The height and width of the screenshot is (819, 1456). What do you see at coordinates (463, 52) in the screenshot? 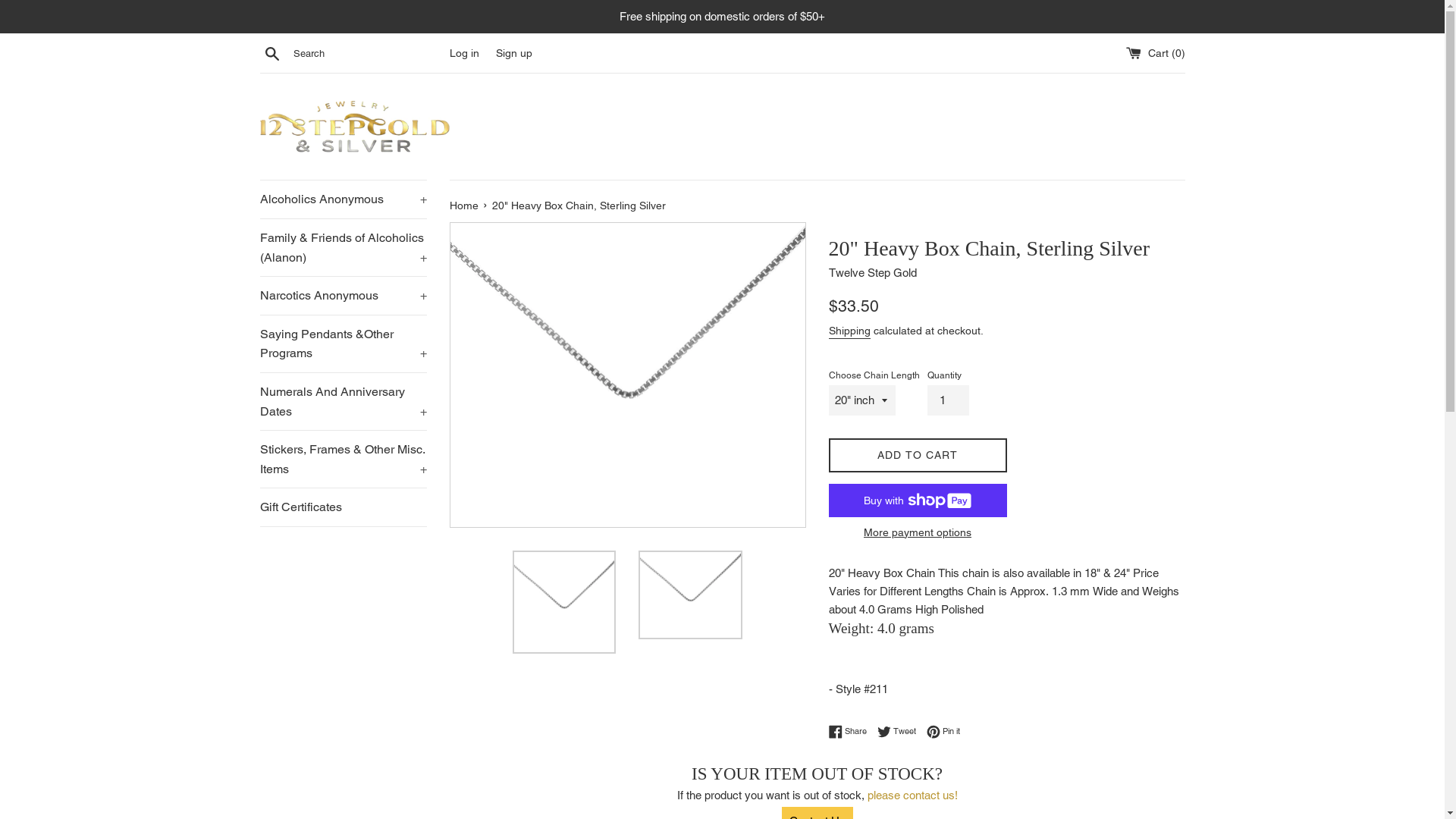
I see `'Log in'` at bounding box center [463, 52].